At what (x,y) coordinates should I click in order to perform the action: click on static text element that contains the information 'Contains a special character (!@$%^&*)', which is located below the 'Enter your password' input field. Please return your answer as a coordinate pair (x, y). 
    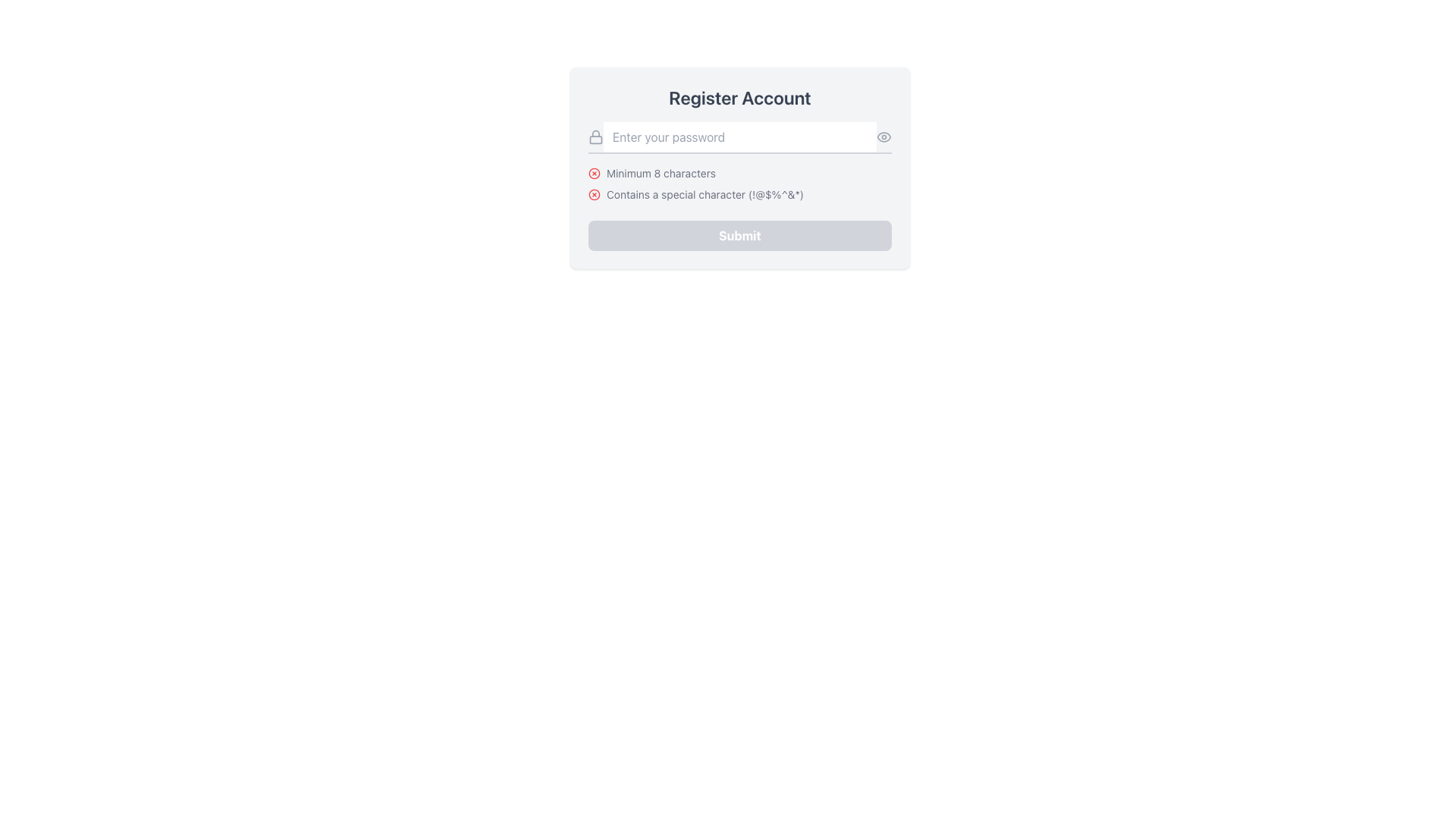
    Looking at the image, I should click on (704, 194).